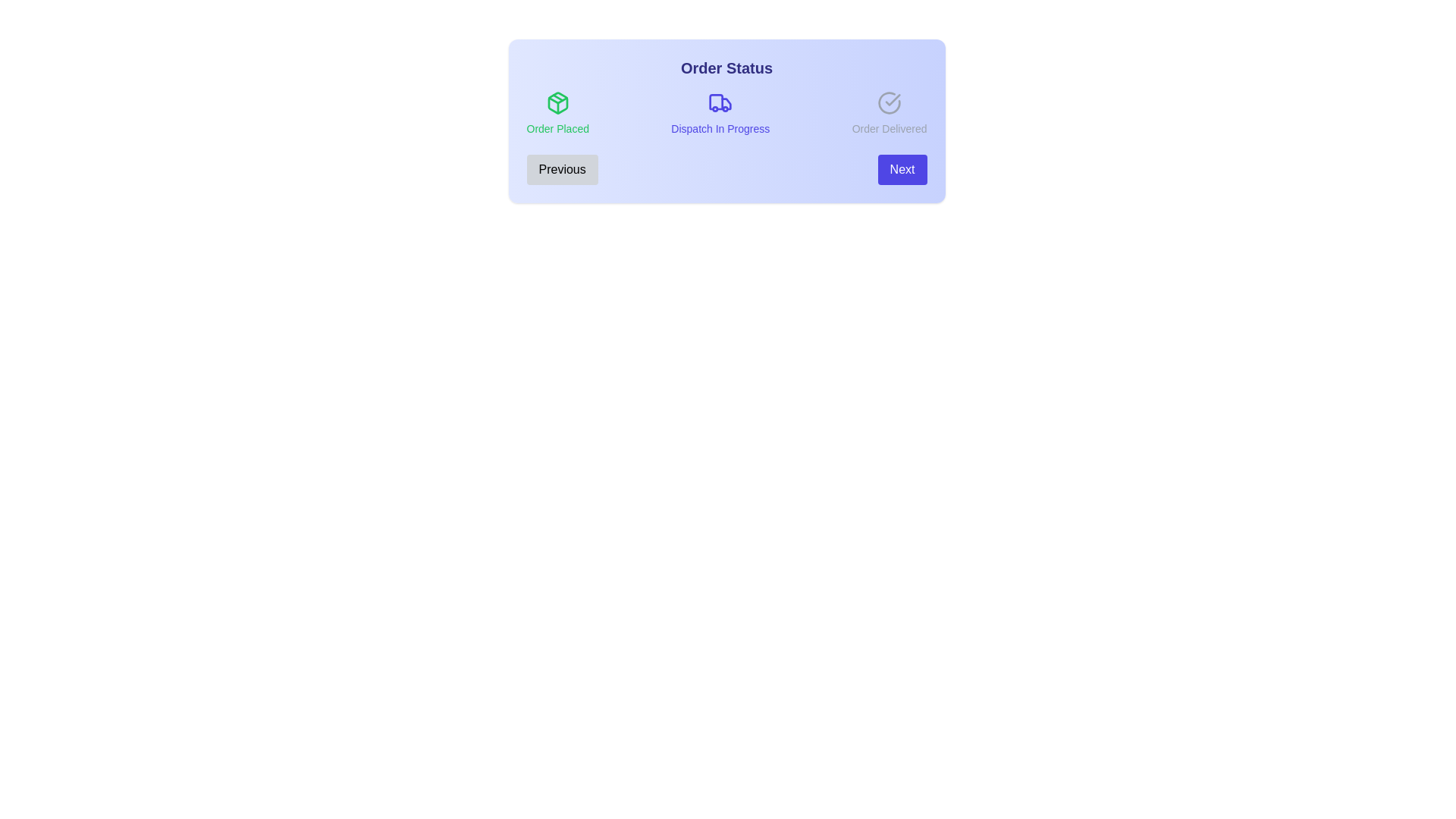  Describe the element at coordinates (557, 104) in the screenshot. I see `the state change of the progress bar segment located within the 'Order Placed' group, which visually indicates completion by changing to green` at that location.